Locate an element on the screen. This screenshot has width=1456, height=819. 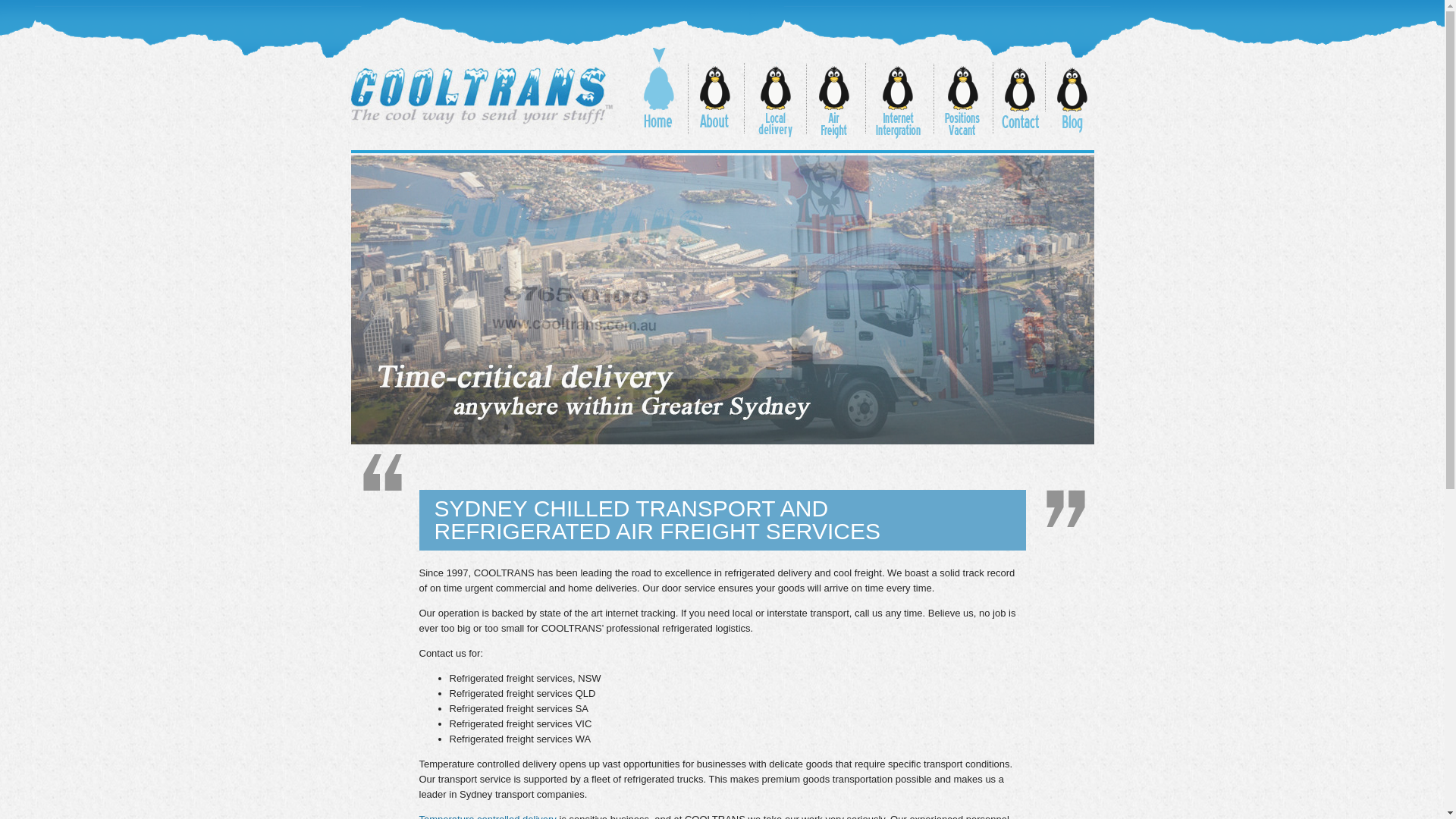
'About' is located at coordinates (715, 93).